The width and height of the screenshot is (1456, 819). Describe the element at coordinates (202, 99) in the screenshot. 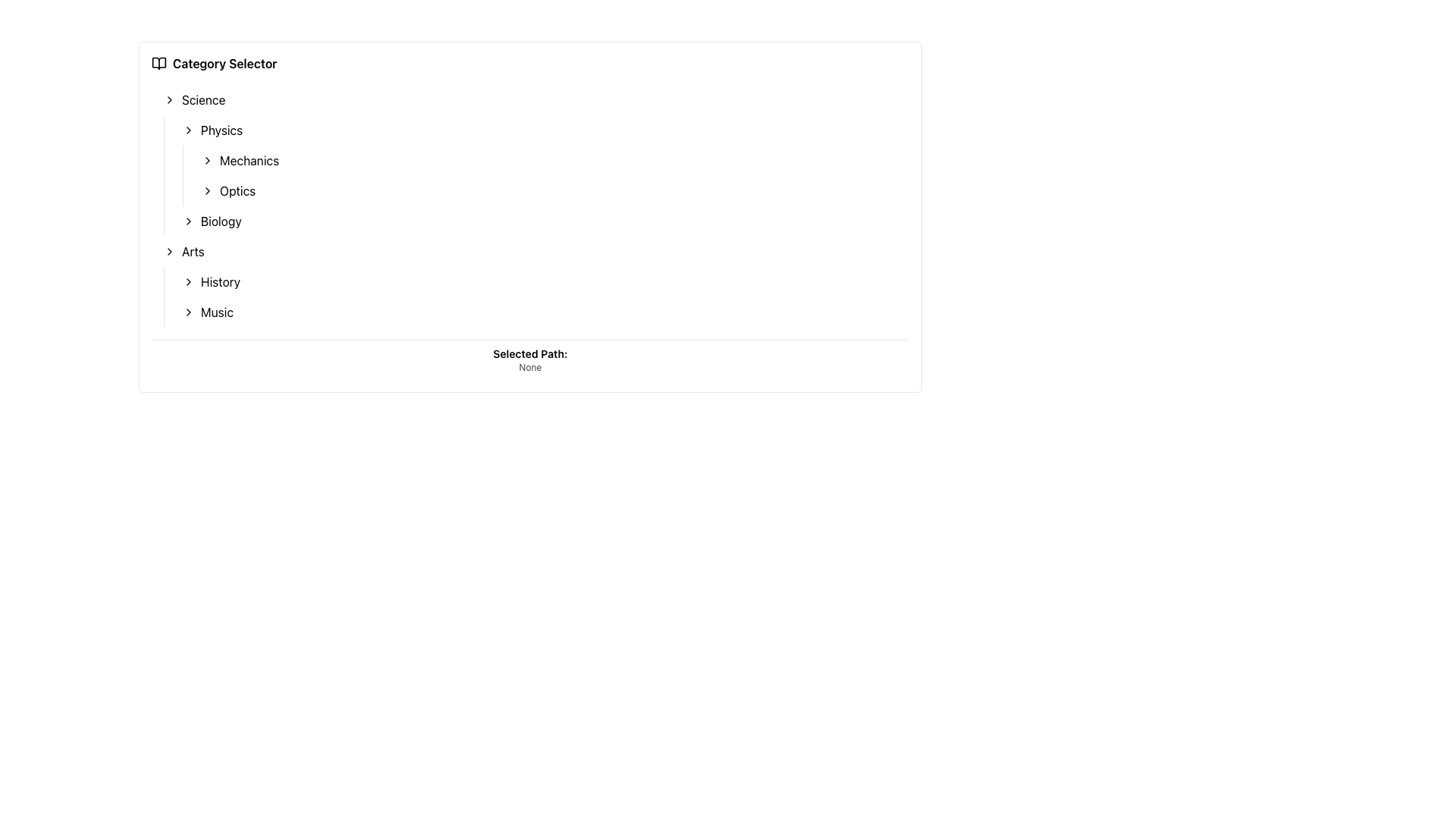

I see `the 'Science' text label in the sidebar menu` at that location.